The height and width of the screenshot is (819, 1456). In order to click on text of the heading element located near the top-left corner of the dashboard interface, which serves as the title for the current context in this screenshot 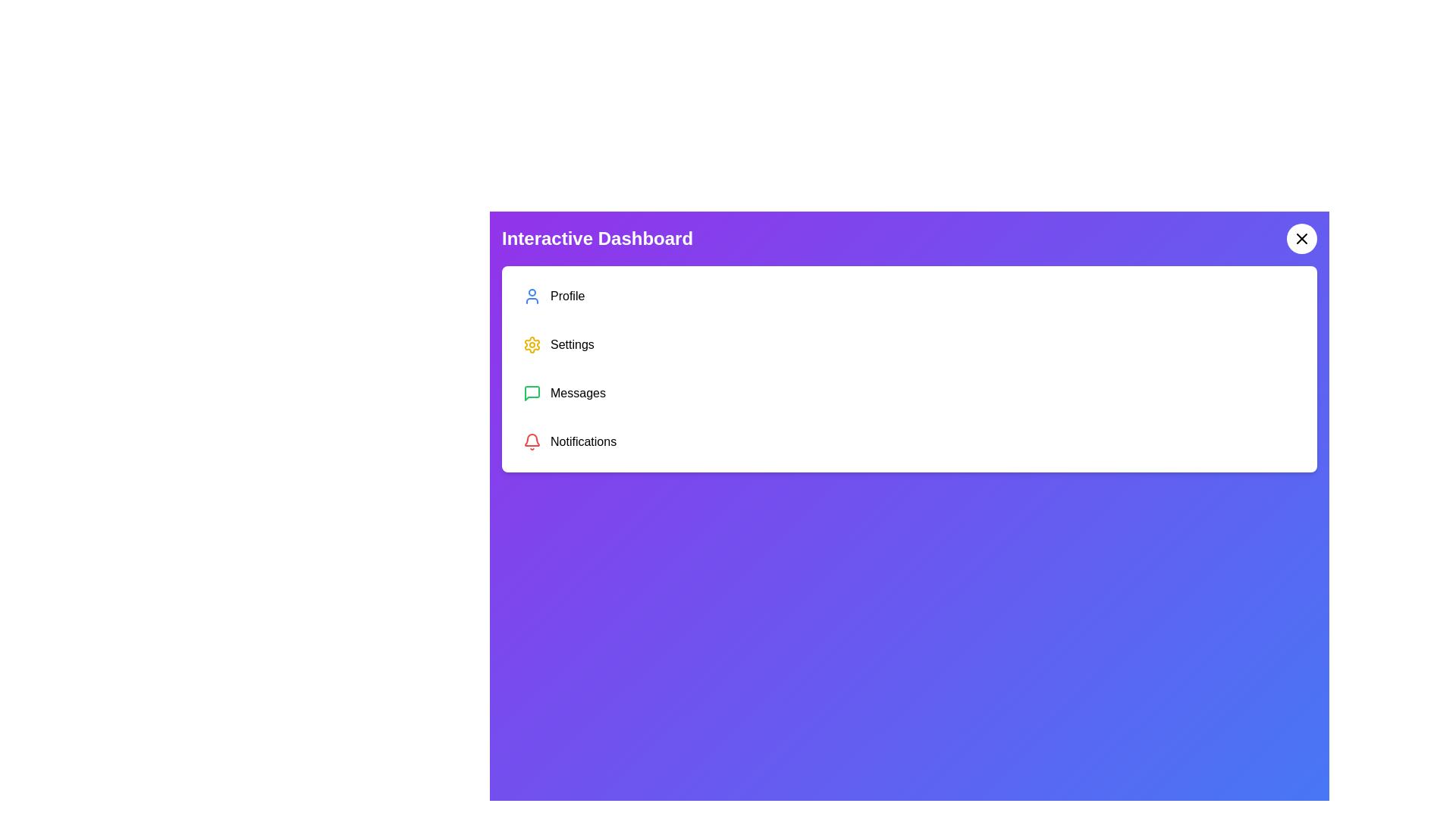, I will do `click(596, 239)`.